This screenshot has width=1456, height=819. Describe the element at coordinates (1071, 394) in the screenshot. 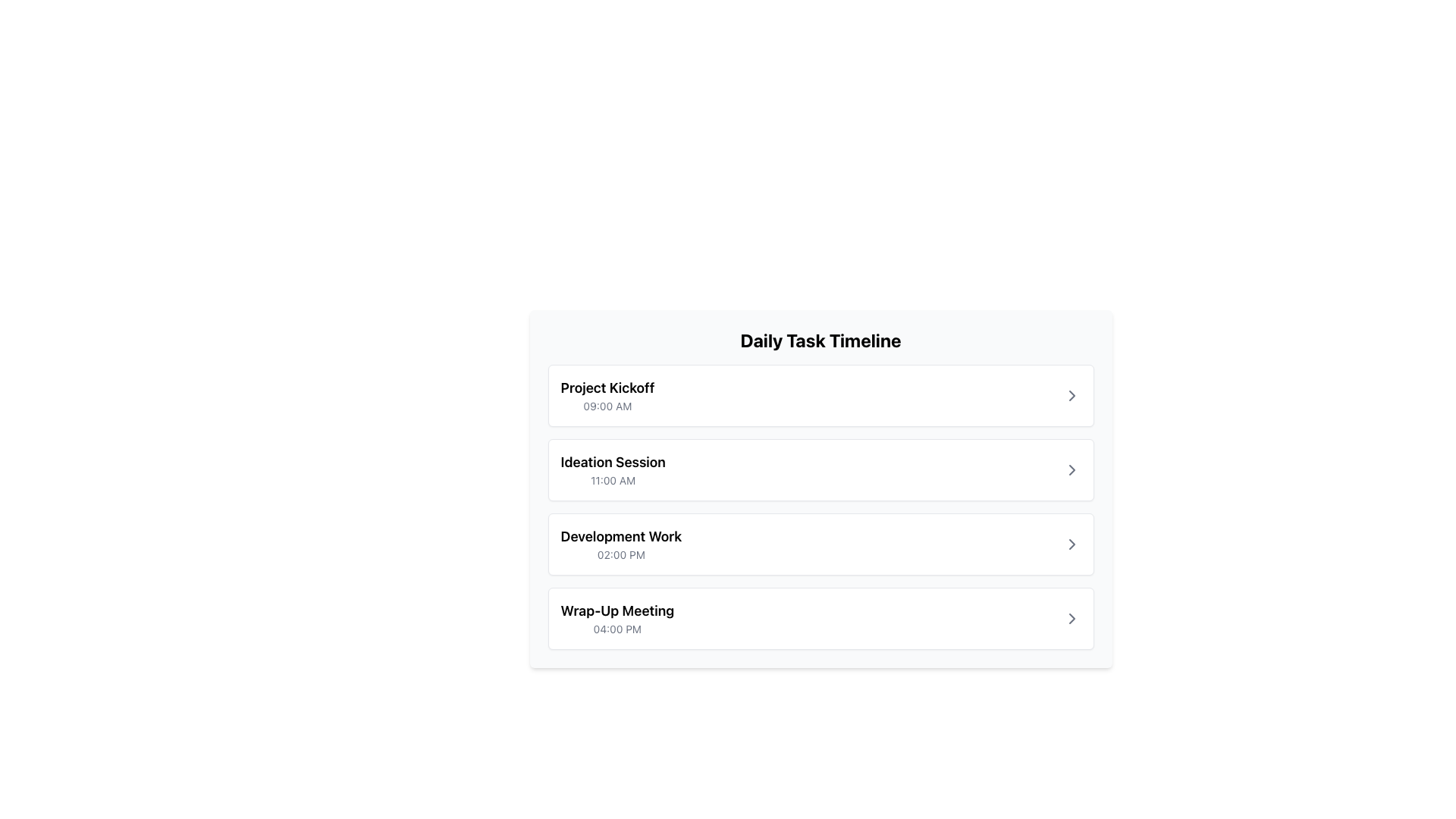

I see `the right-pointing chevron icon styled in gray located to the far-right side of the 'Project Kickoff' section` at that location.